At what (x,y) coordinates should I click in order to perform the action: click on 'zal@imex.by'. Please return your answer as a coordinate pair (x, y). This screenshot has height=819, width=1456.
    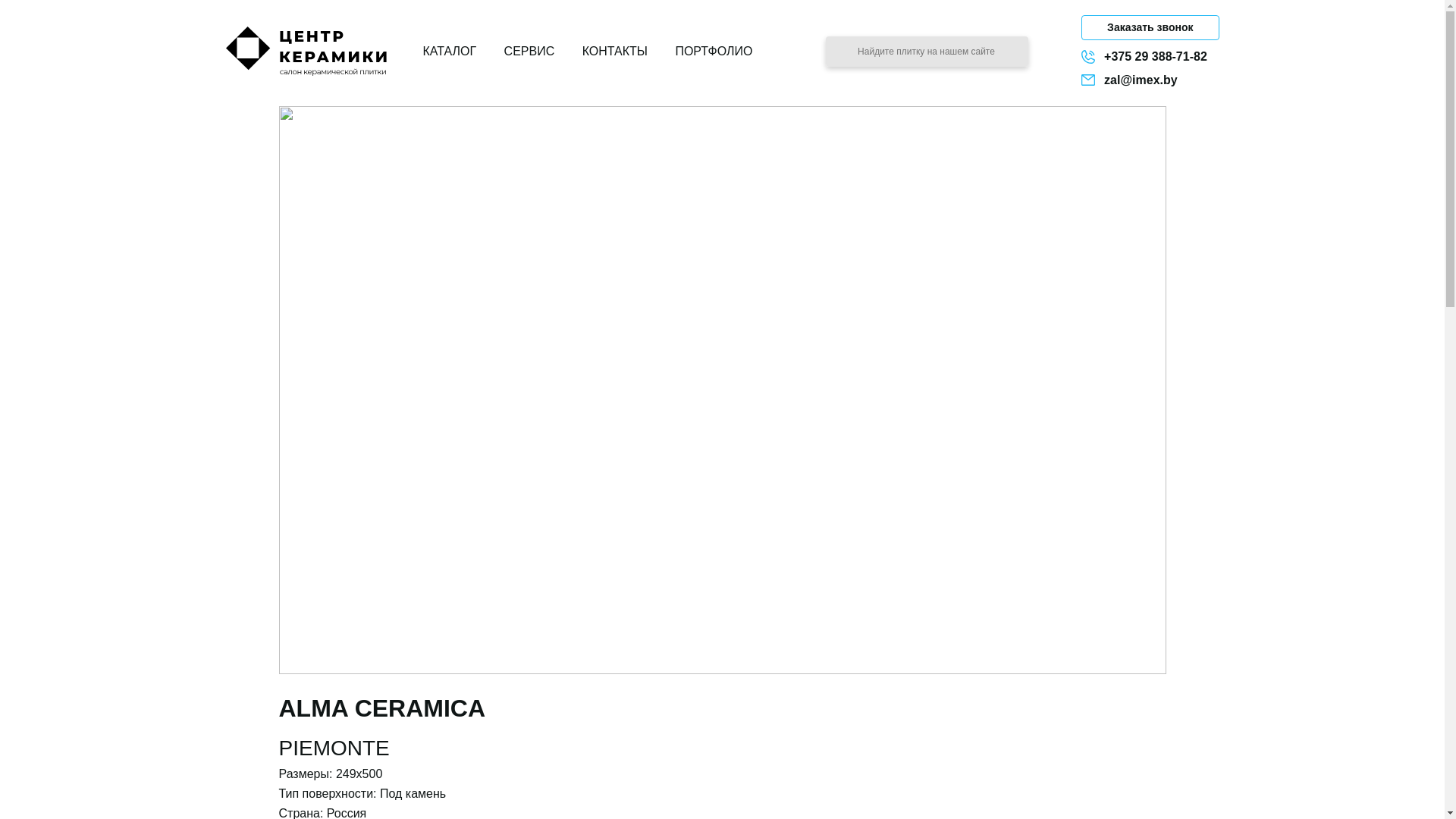
    Looking at the image, I should click on (1080, 80).